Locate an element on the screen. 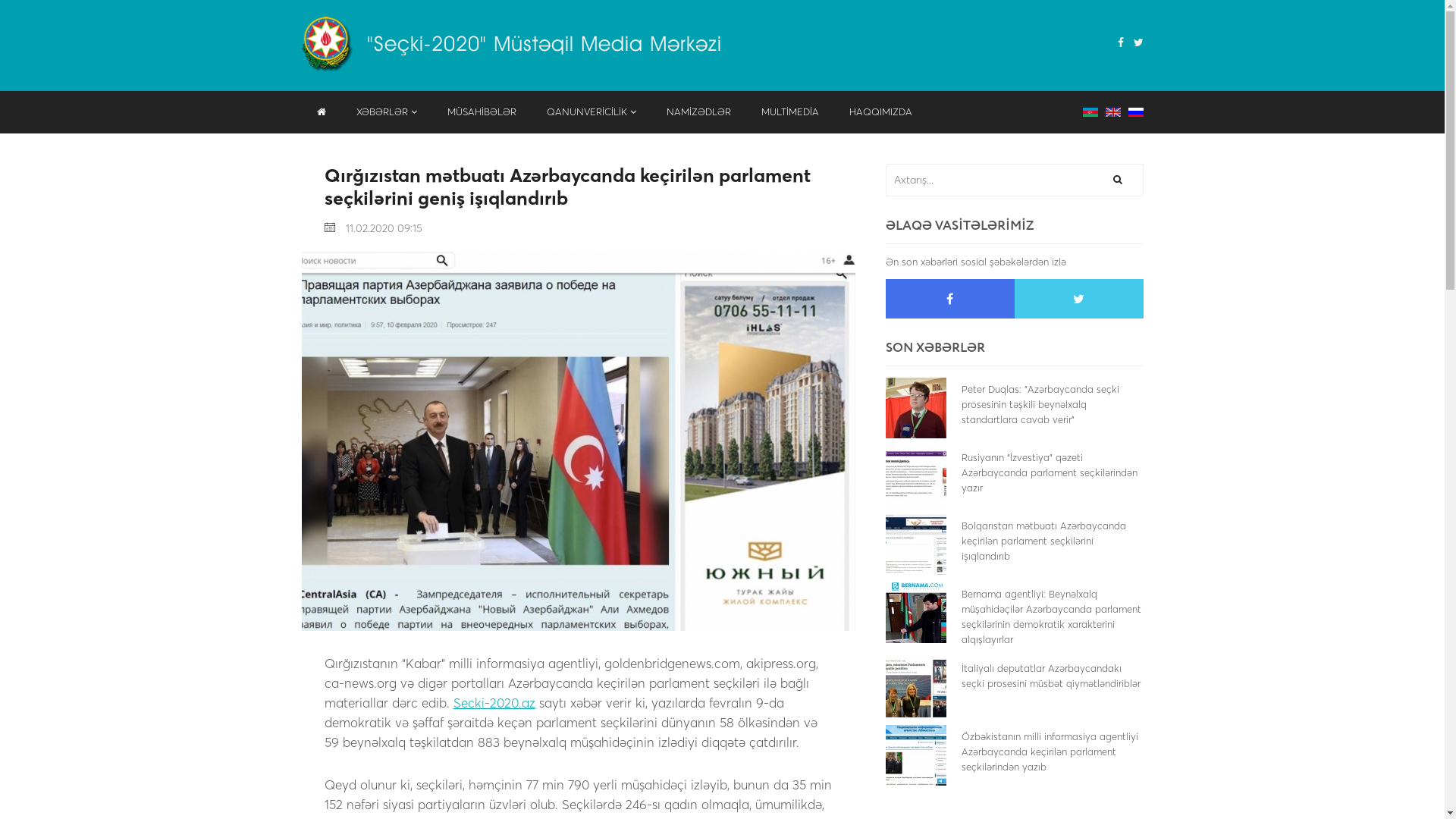 The image size is (1456, 819). 'Secki-2020.az' is located at coordinates (494, 702).